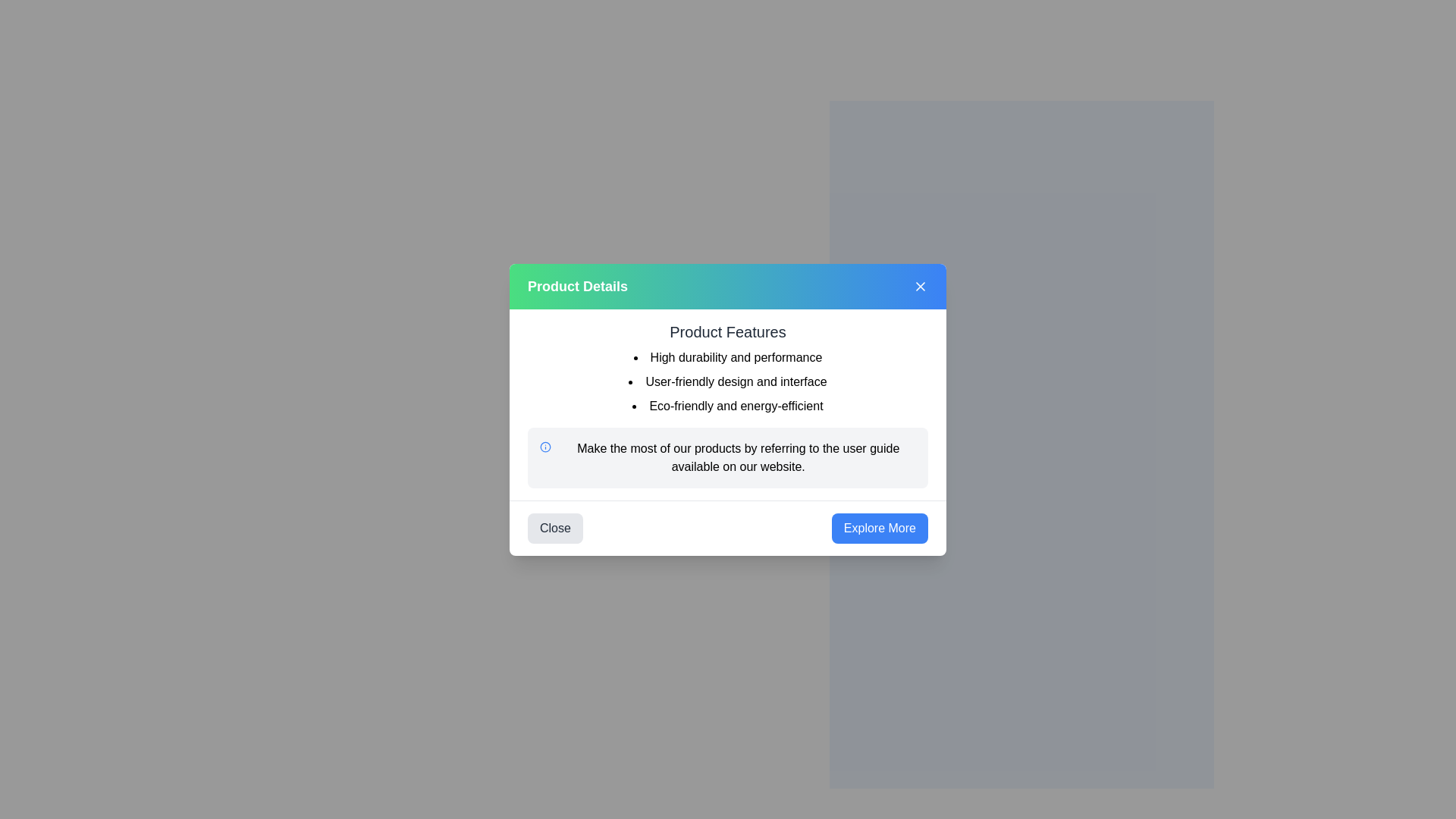  I want to click on the 'Explore More' button located in the bottom-right corner of the modal dialog, so click(880, 527).